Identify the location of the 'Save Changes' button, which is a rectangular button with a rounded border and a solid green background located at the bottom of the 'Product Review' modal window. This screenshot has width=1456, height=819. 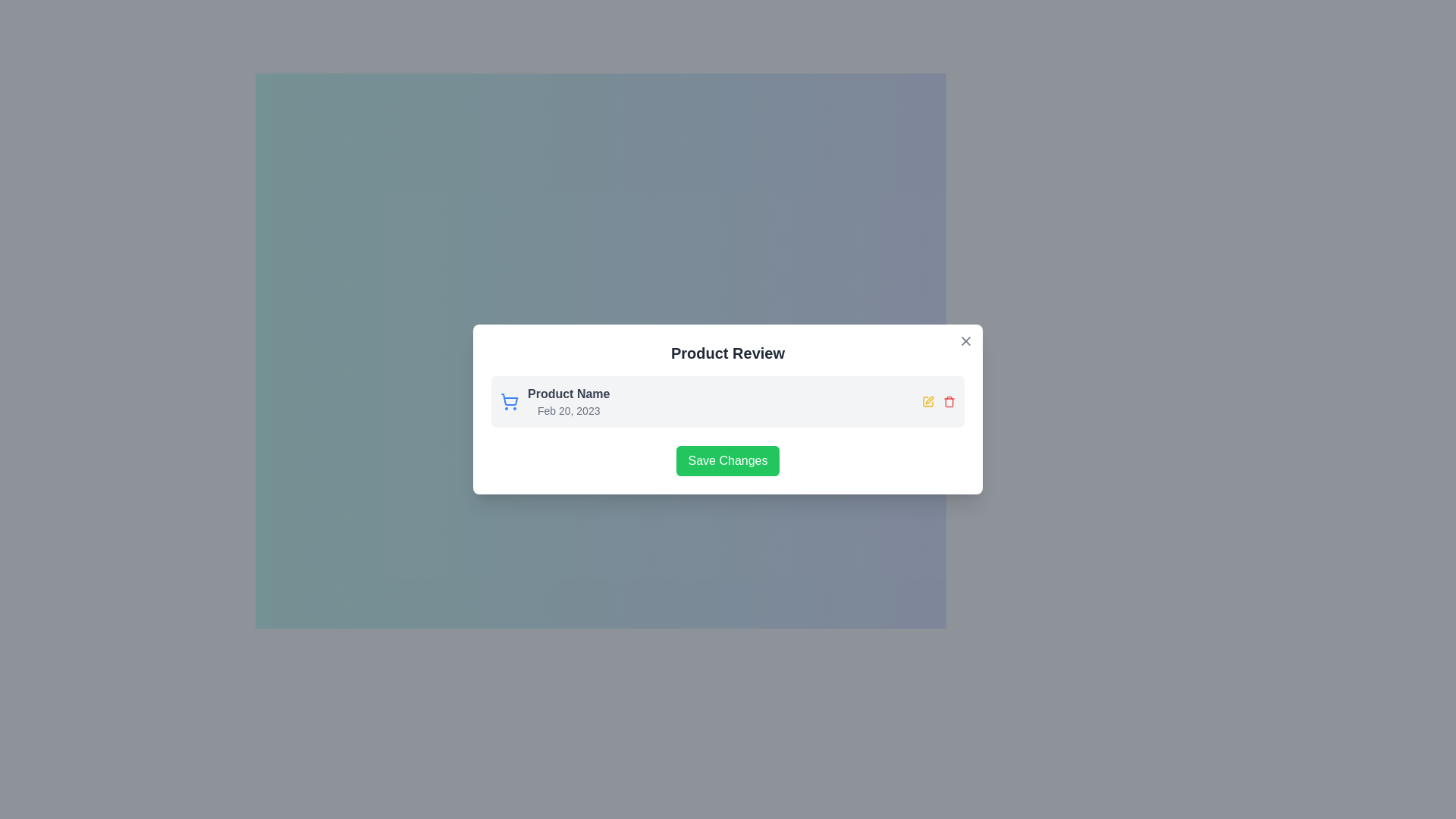
(728, 460).